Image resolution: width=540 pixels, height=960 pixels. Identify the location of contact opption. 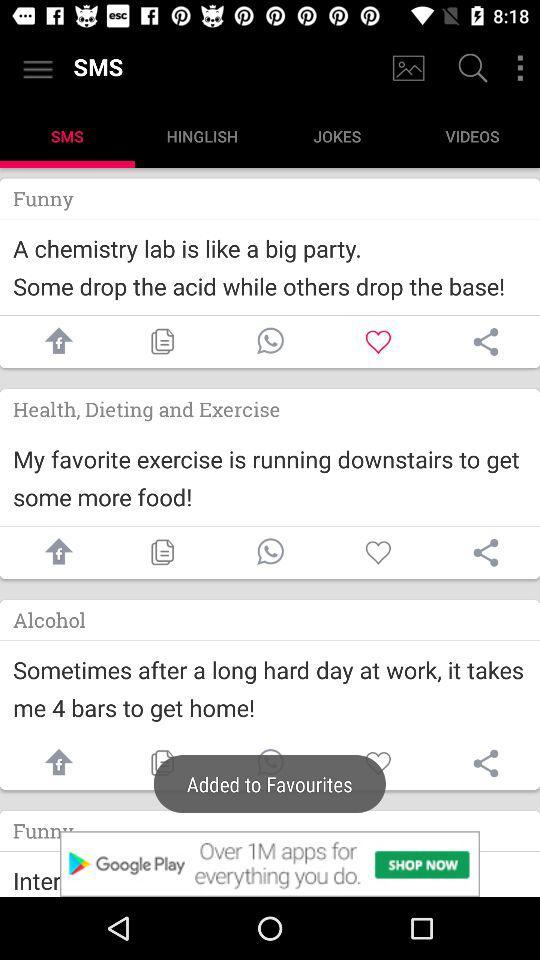
(270, 762).